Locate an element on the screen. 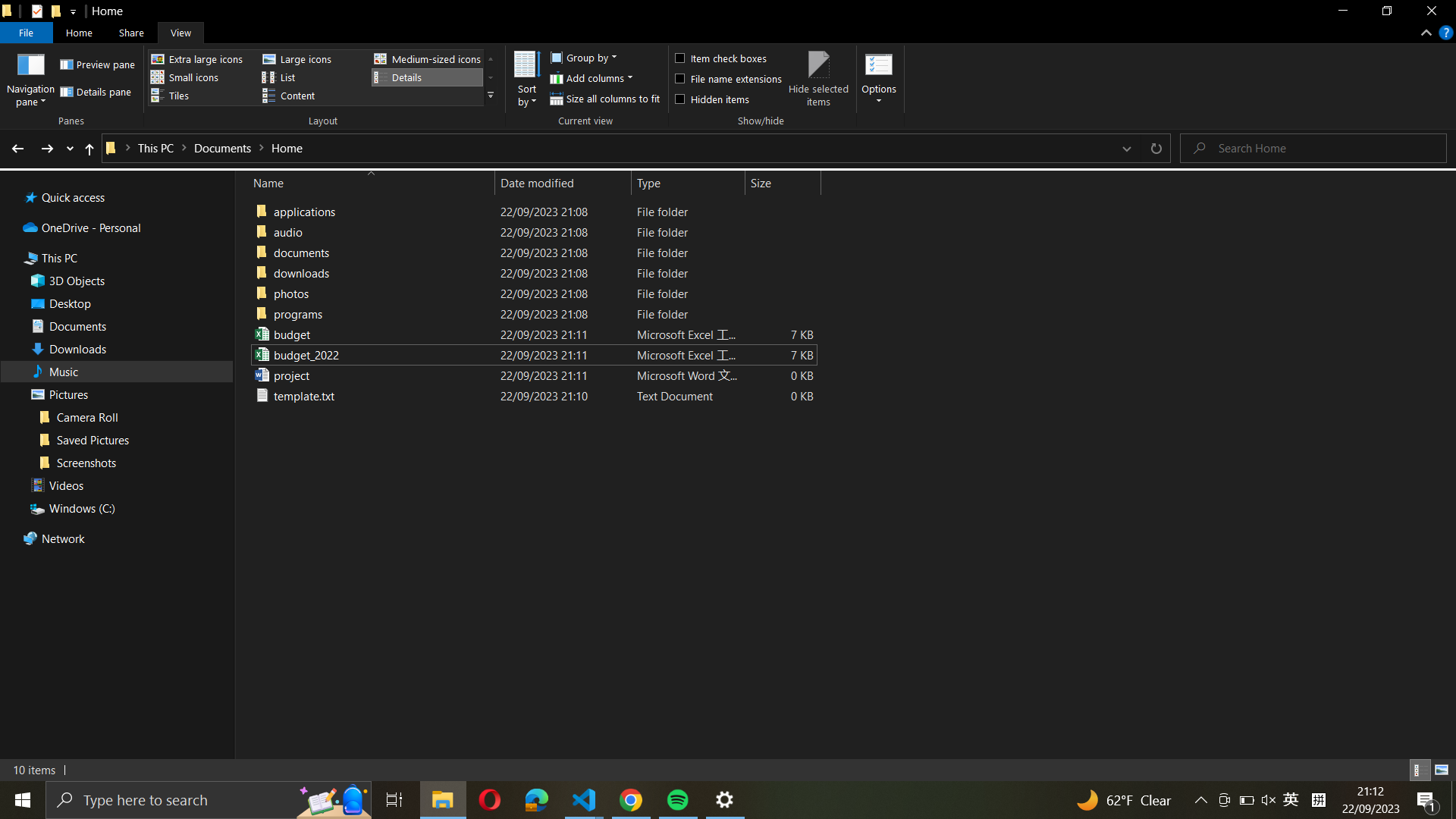 This screenshot has width=1456, height=819. Rename the "budget_excel_file" to "budget_2021_excel_file is located at coordinates (531, 333).